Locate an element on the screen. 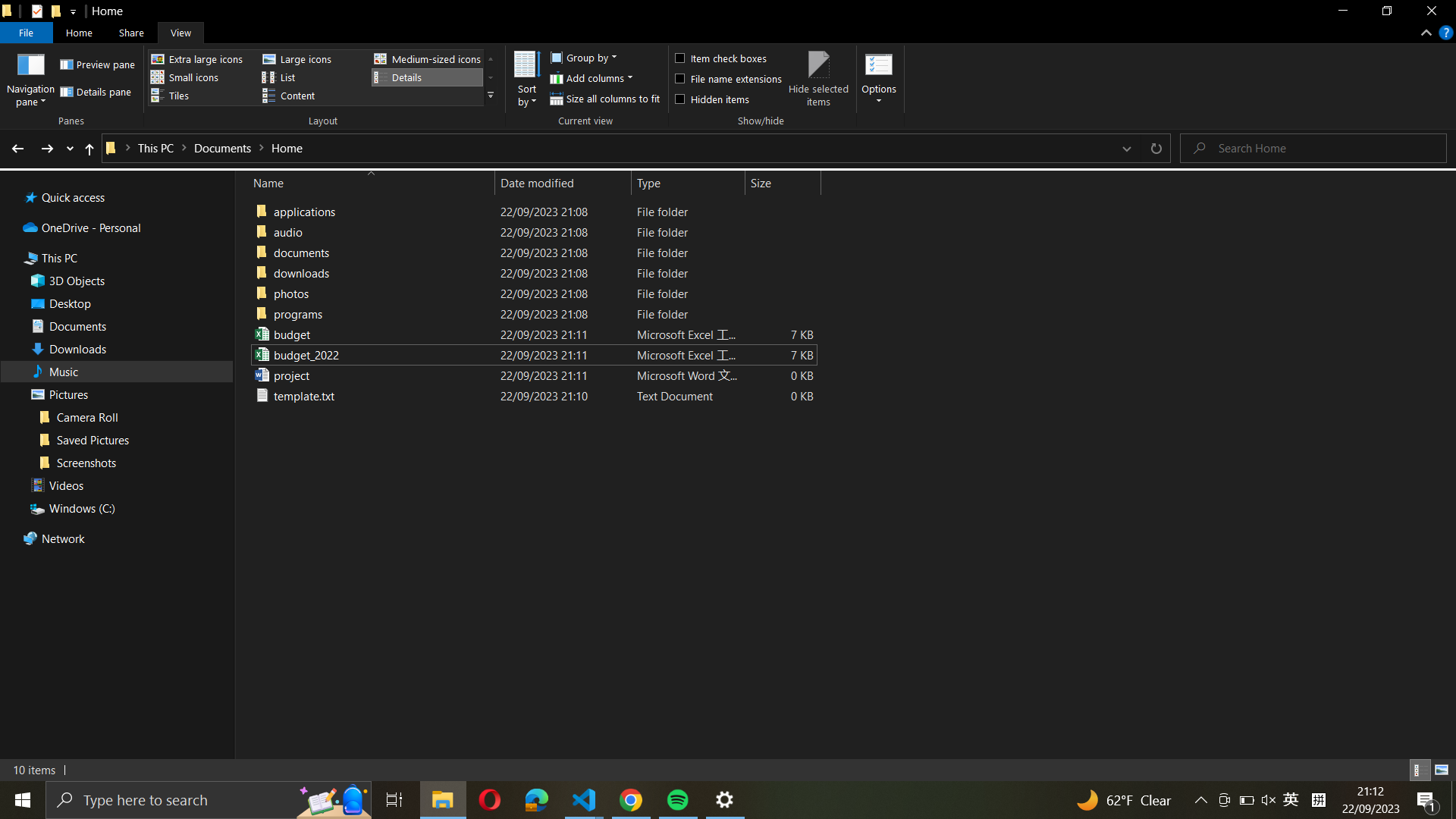 This screenshot has width=1456, height=819. Rename the "budget_excel_file" to "budget_2021_excel_file is located at coordinates (531, 333).